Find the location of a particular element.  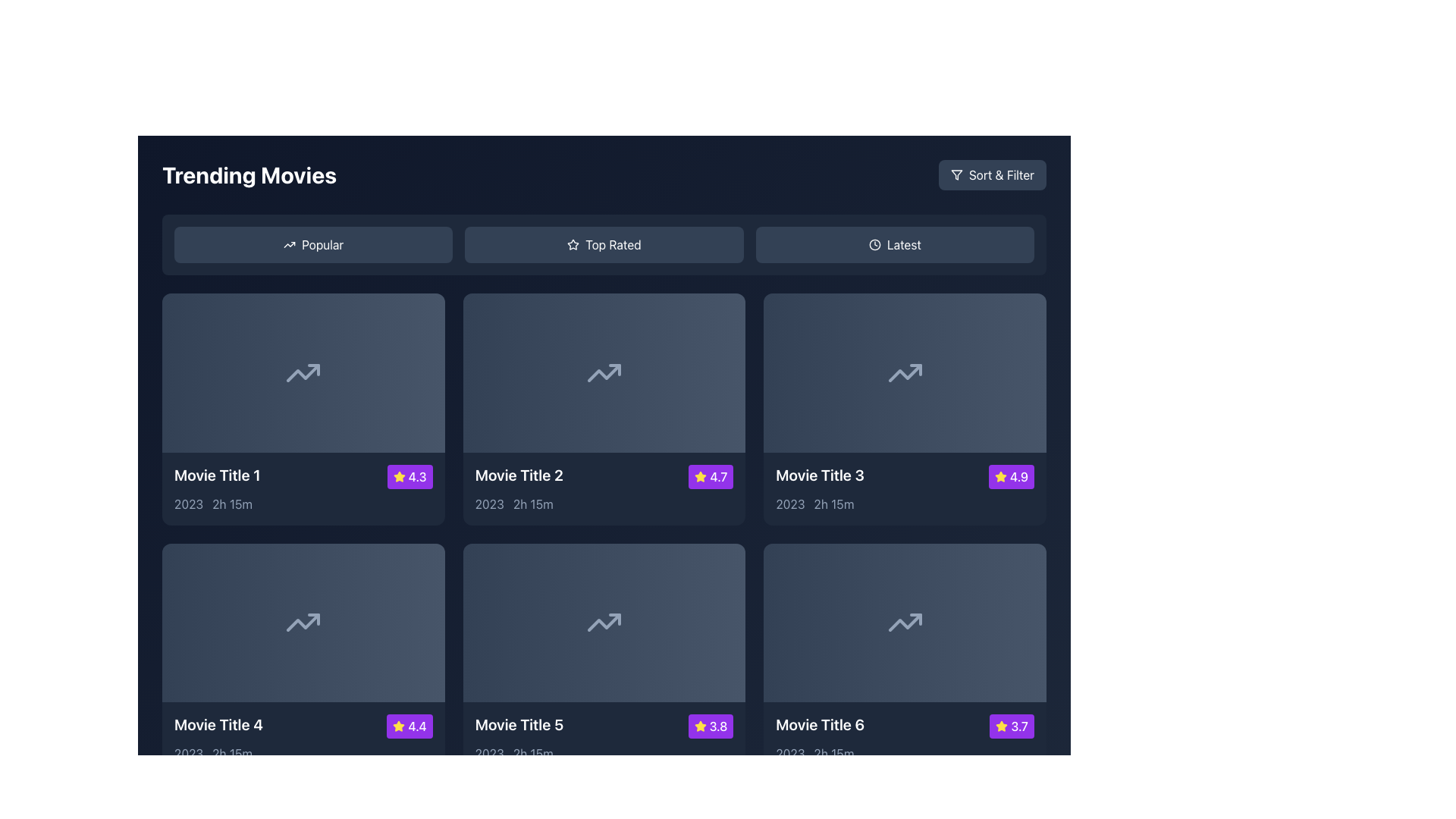

the rating value displayed in the Rating Badge located at the top-right corner of the card for 'Movie Title 3' is located at coordinates (1012, 475).